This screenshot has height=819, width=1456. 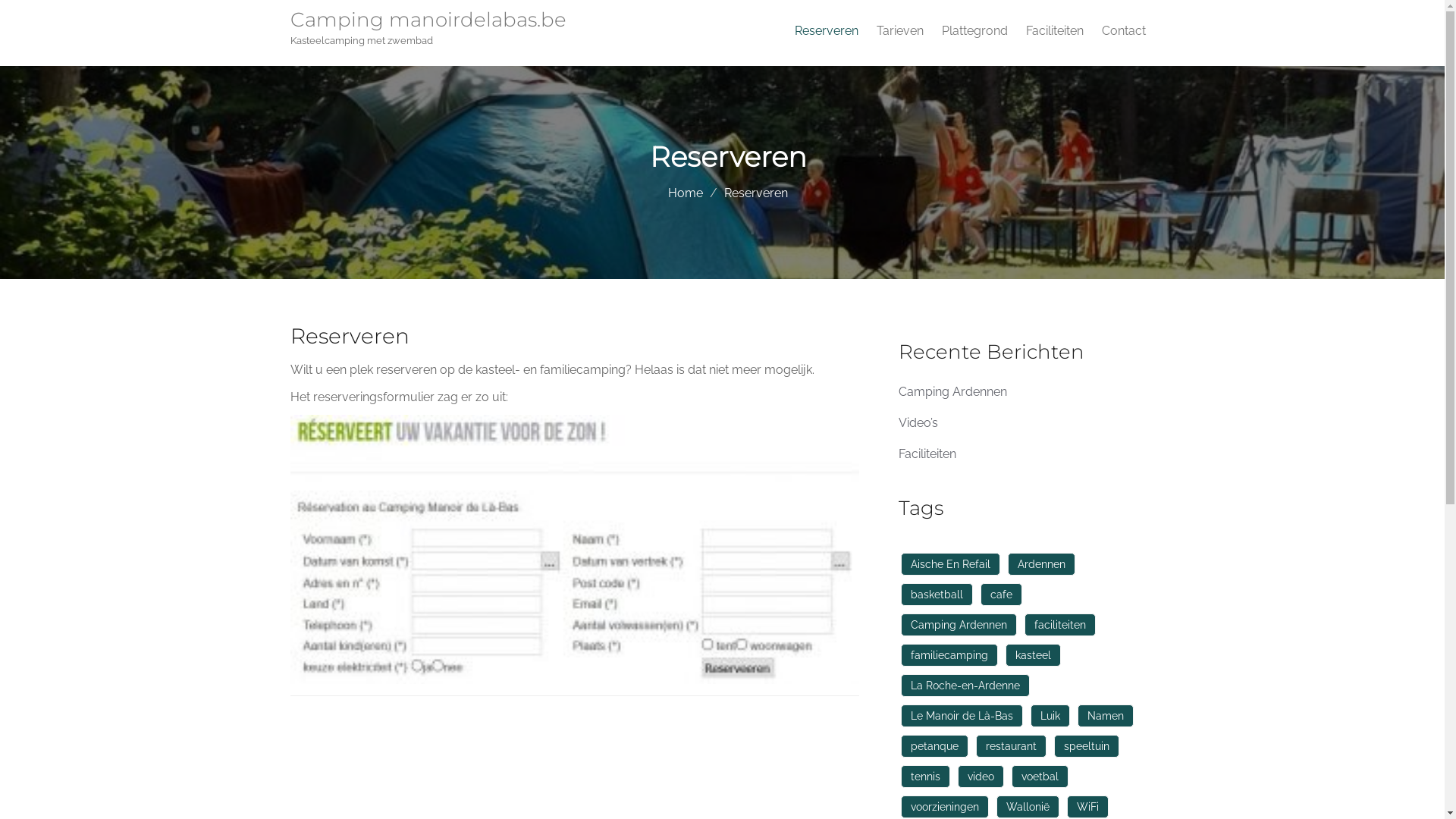 I want to click on 'WiFi', so click(x=1086, y=806).